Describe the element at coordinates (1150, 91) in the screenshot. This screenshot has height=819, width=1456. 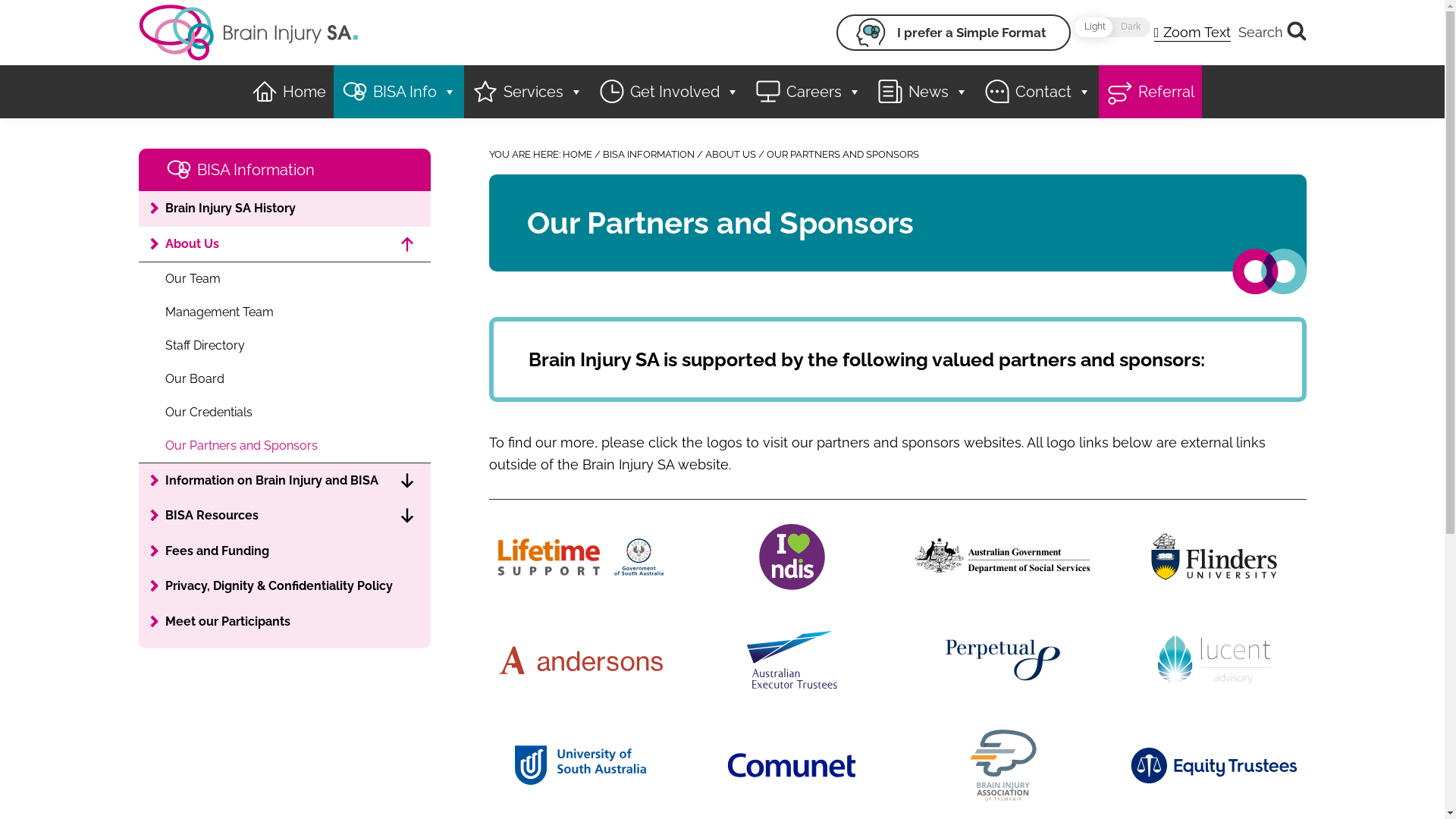
I see `'Referral'` at that location.